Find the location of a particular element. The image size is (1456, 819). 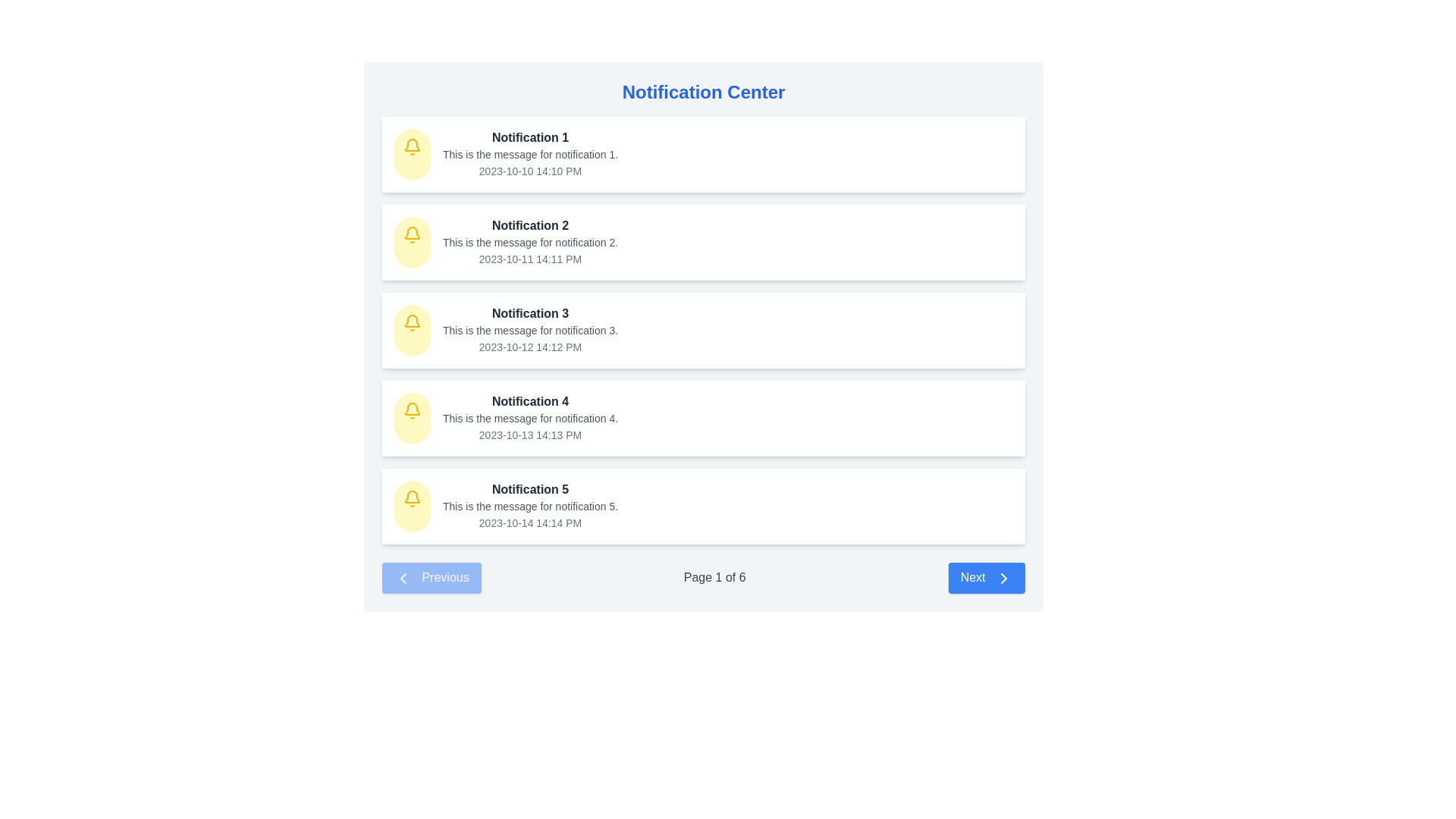

the bell icon element that serves as a notification indicator in the Notification Center interface, specifically the part of the bell illustration that is the third notification's icon is located at coordinates (412, 320).